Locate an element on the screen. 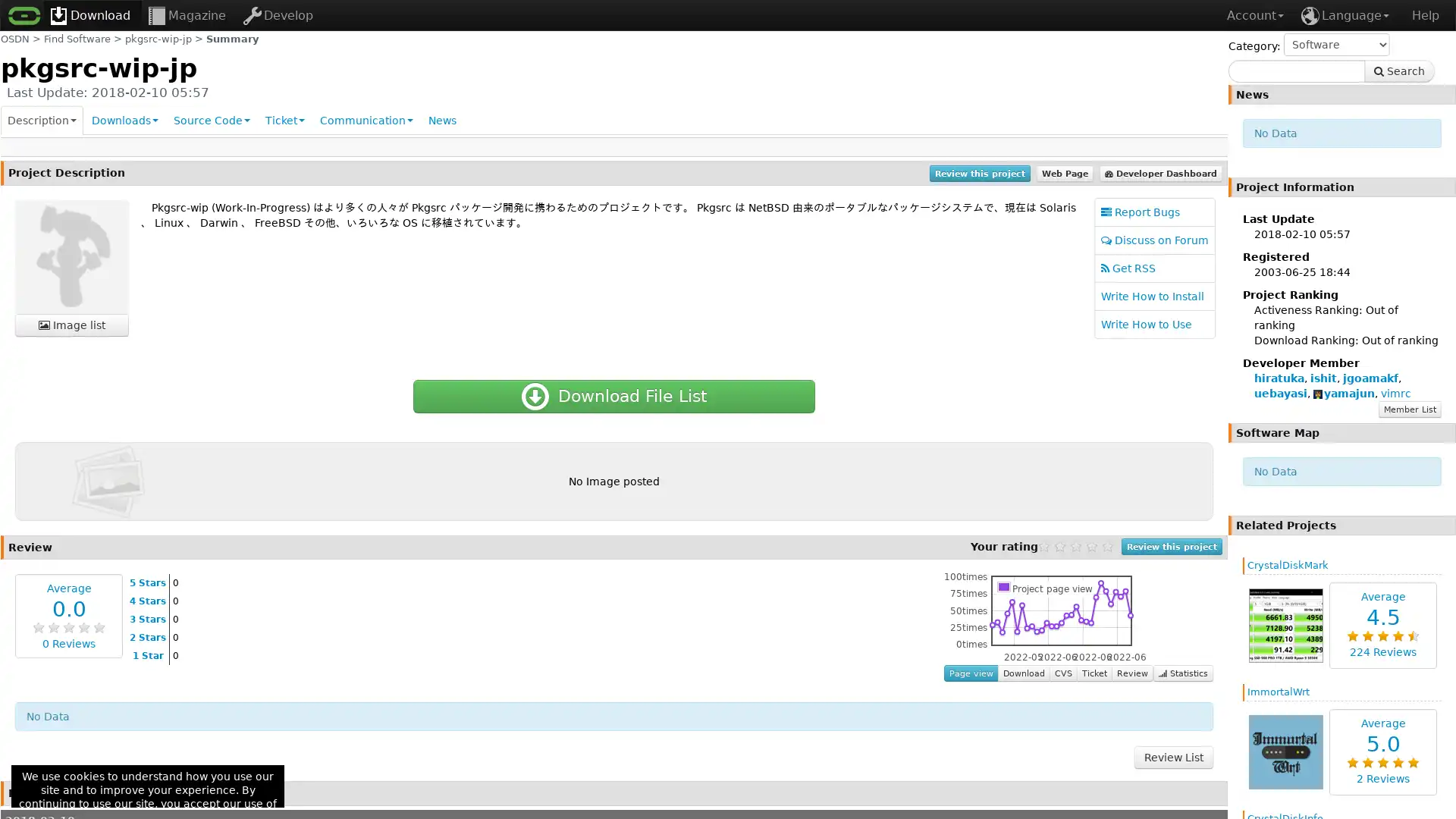 The image size is (1456, 819). Image list is located at coordinates (71, 324).